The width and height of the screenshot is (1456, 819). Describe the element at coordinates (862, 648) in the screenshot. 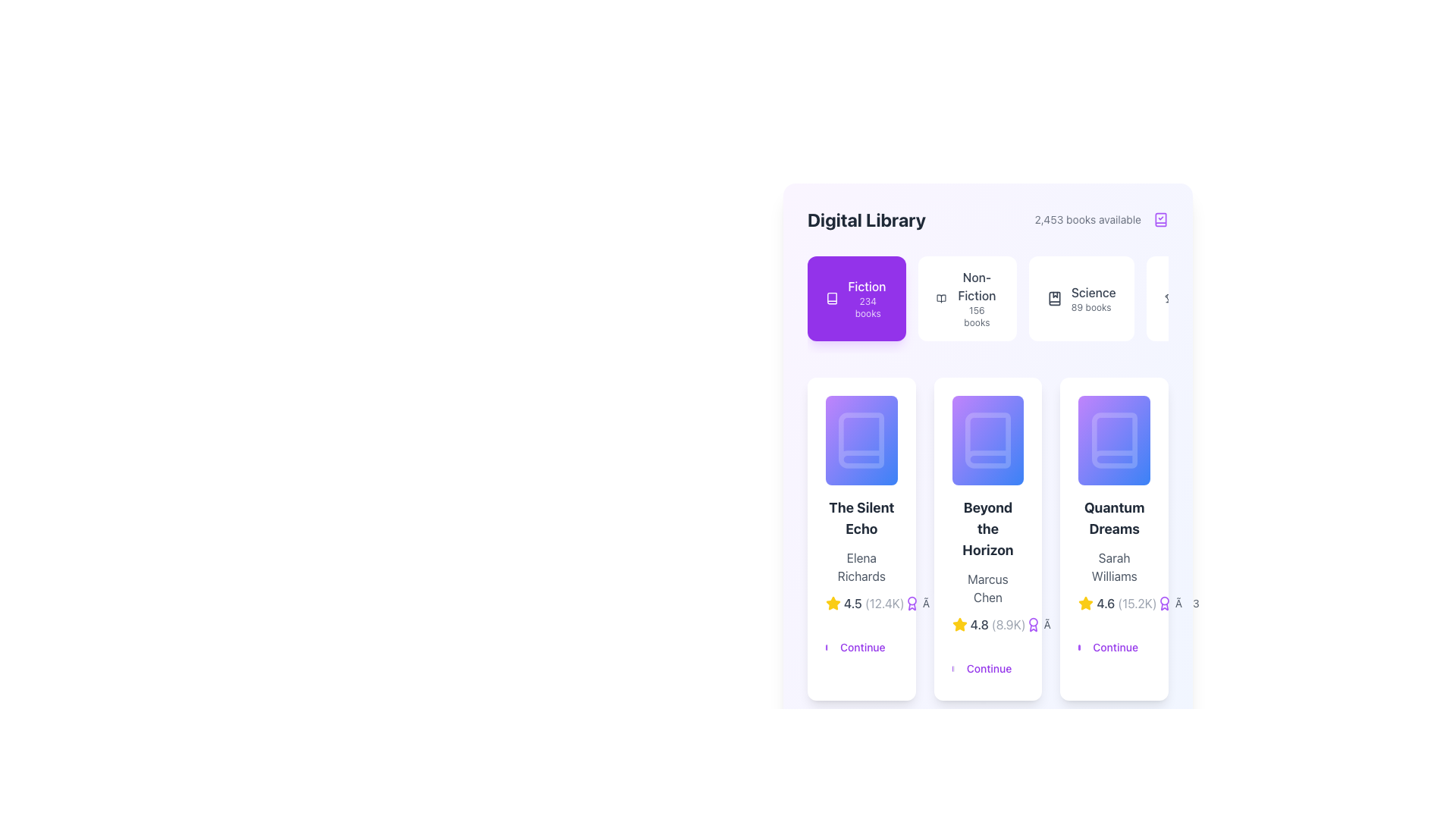

I see `the 'Continue' button, which is styled with a sans-serif font in purple color, located at the bottom of the card for the book 'The Silent Echo'` at that location.